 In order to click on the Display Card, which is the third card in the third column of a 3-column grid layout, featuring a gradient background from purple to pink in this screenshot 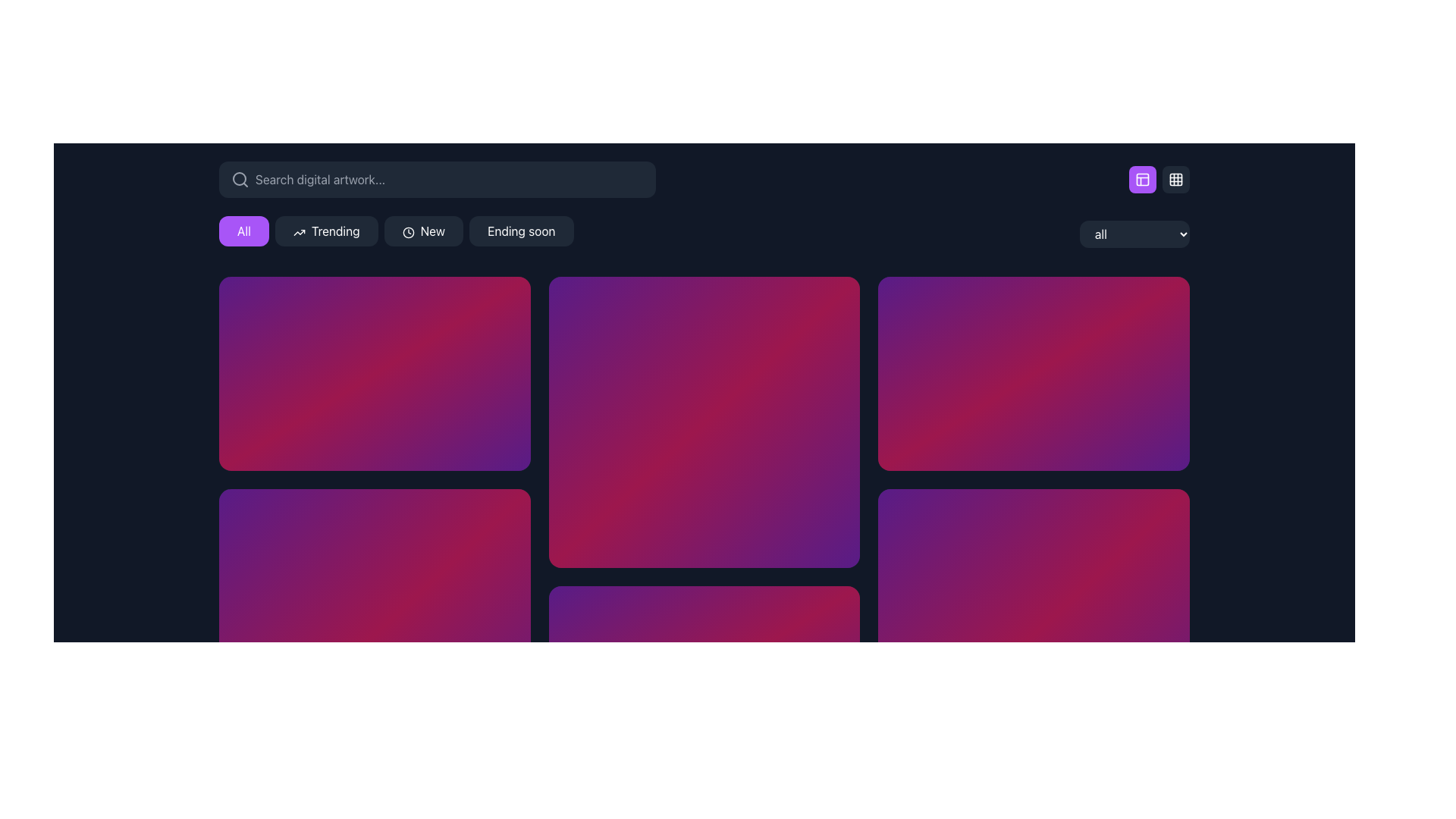, I will do `click(1033, 374)`.